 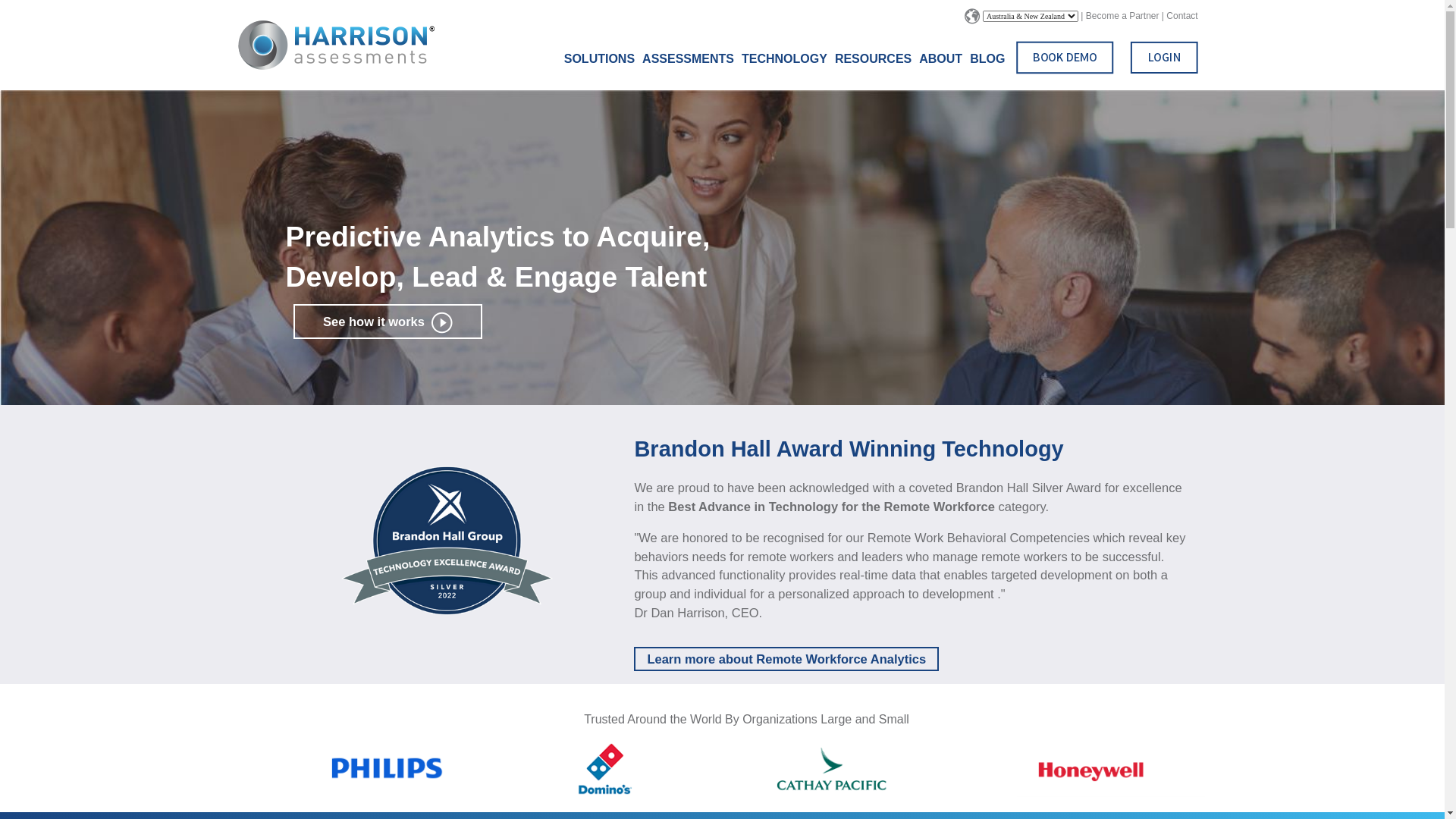 What do you see at coordinates (987, 58) in the screenshot?
I see `'BLOG'` at bounding box center [987, 58].